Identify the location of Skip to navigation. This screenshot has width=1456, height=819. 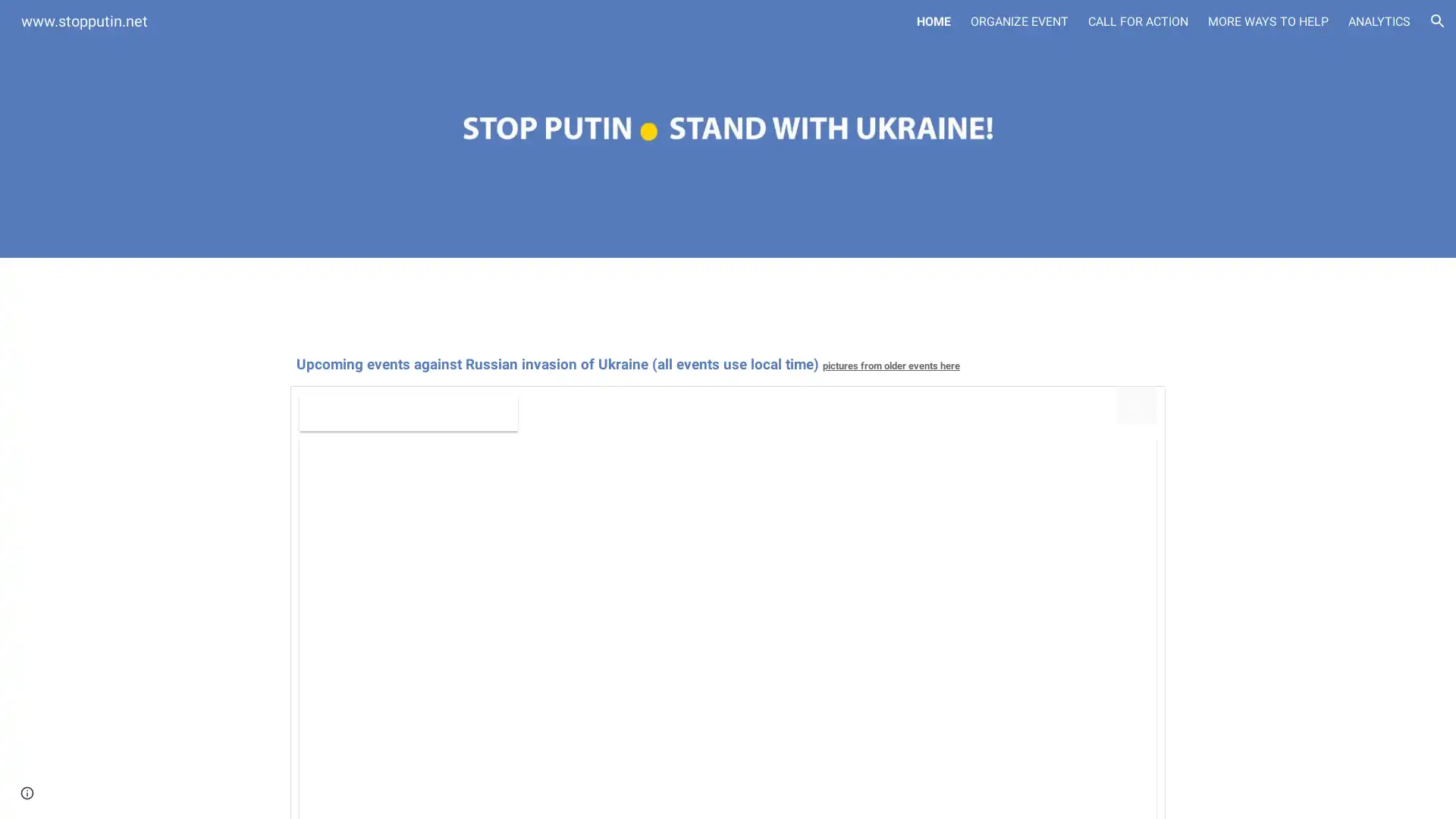
(864, 28).